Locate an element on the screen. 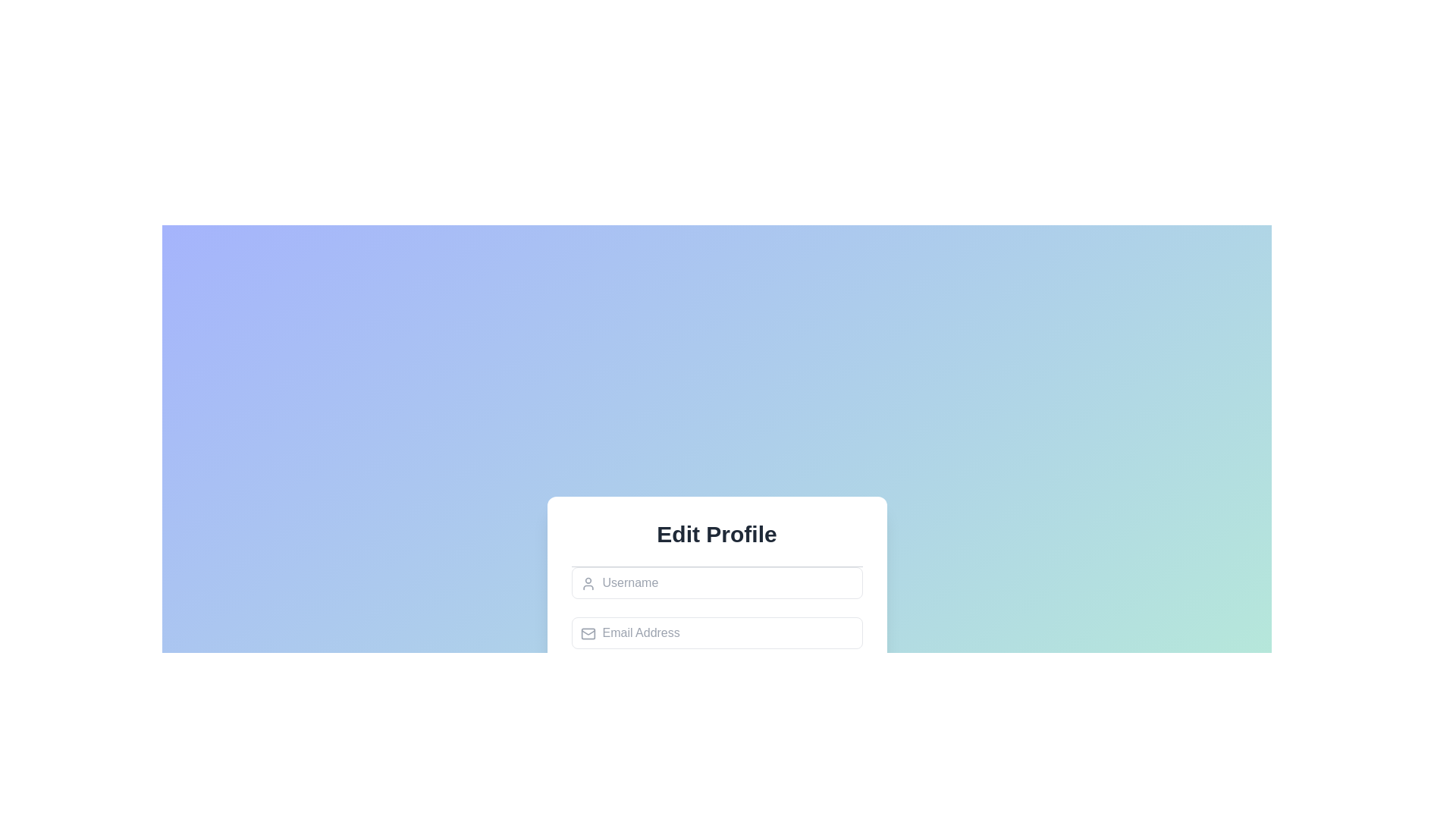 The width and height of the screenshot is (1456, 819). the second input field within the vertical stack of input forms in the 'Edit Profile' section is located at coordinates (716, 642).